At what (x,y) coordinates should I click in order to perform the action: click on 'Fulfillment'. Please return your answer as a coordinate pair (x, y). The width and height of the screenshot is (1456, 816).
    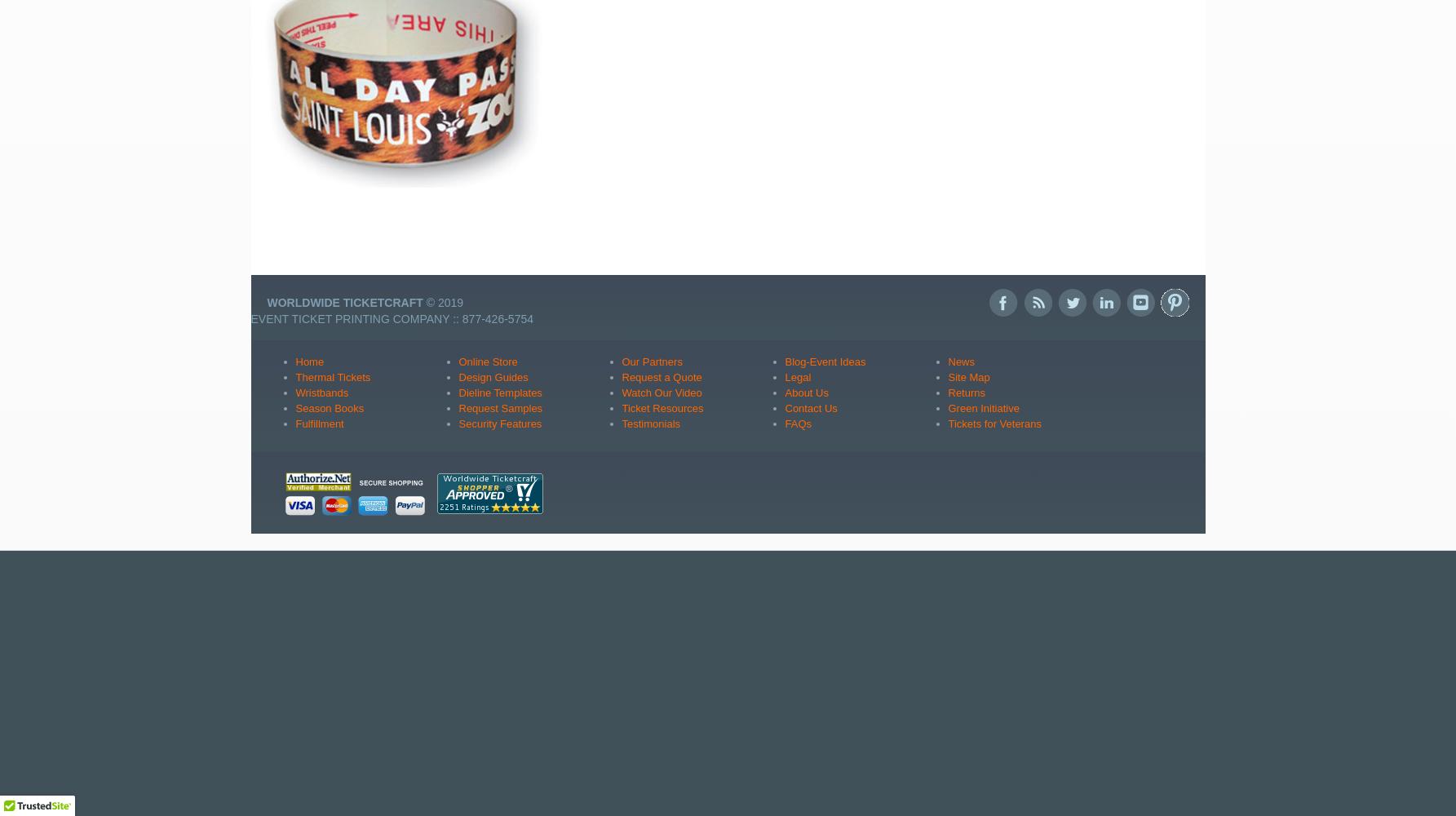
    Looking at the image, I should click on (318, 423).